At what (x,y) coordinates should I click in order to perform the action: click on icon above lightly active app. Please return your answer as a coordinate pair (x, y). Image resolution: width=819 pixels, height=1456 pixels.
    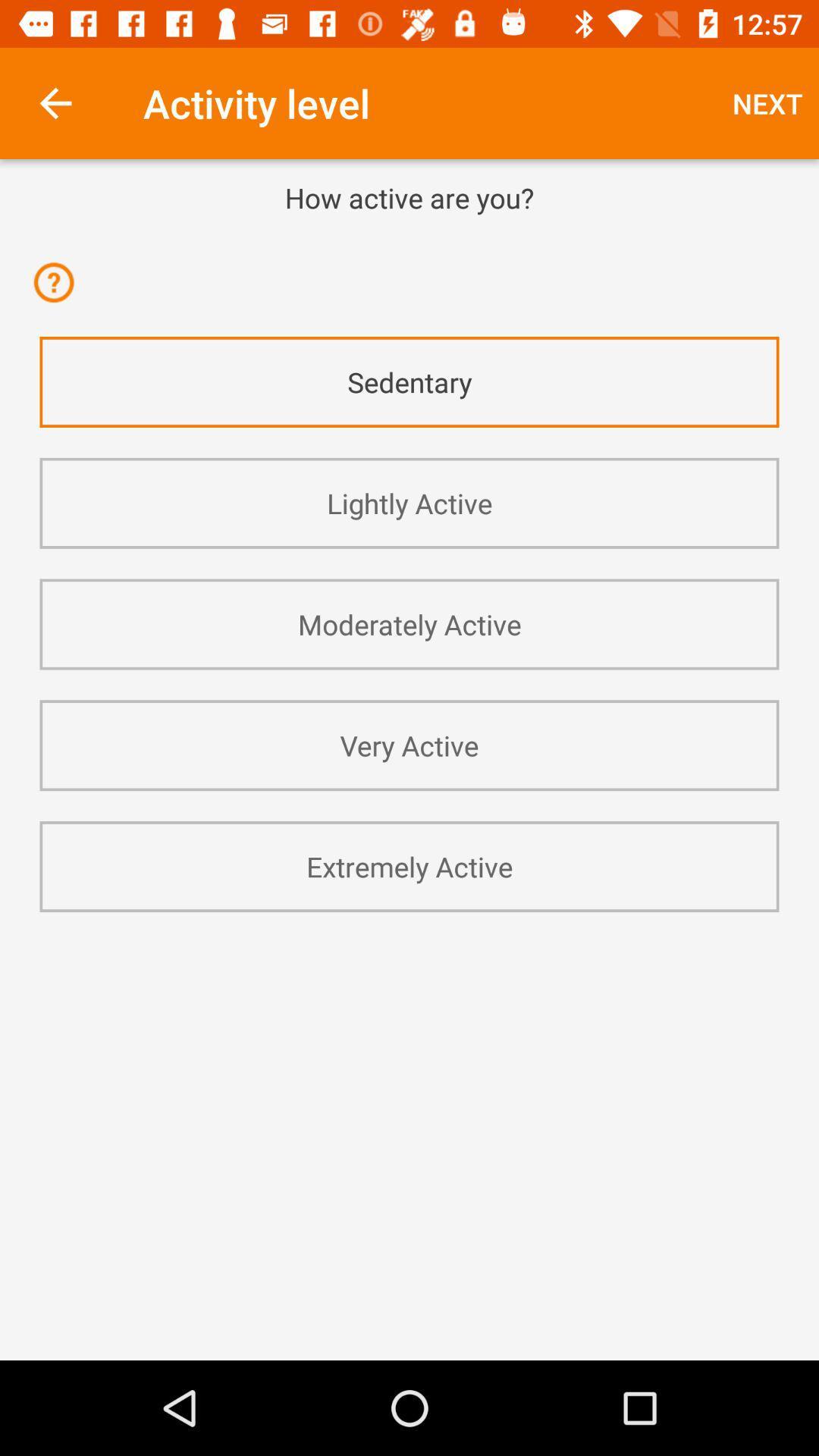
    Looking at the image, I should click on (409, 382).